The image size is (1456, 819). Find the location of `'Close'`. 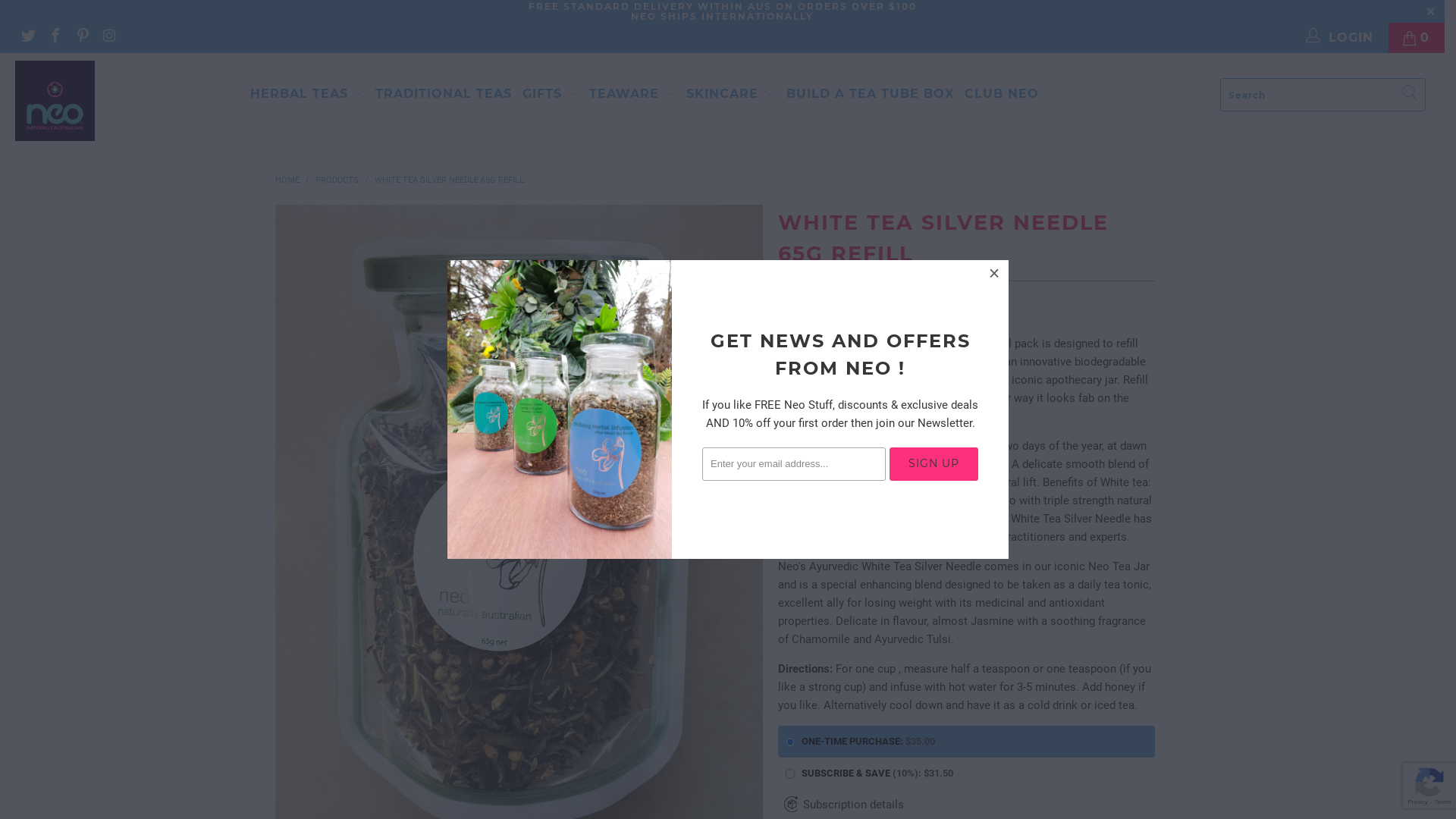

'Close' is located at coordinates (994, 274).